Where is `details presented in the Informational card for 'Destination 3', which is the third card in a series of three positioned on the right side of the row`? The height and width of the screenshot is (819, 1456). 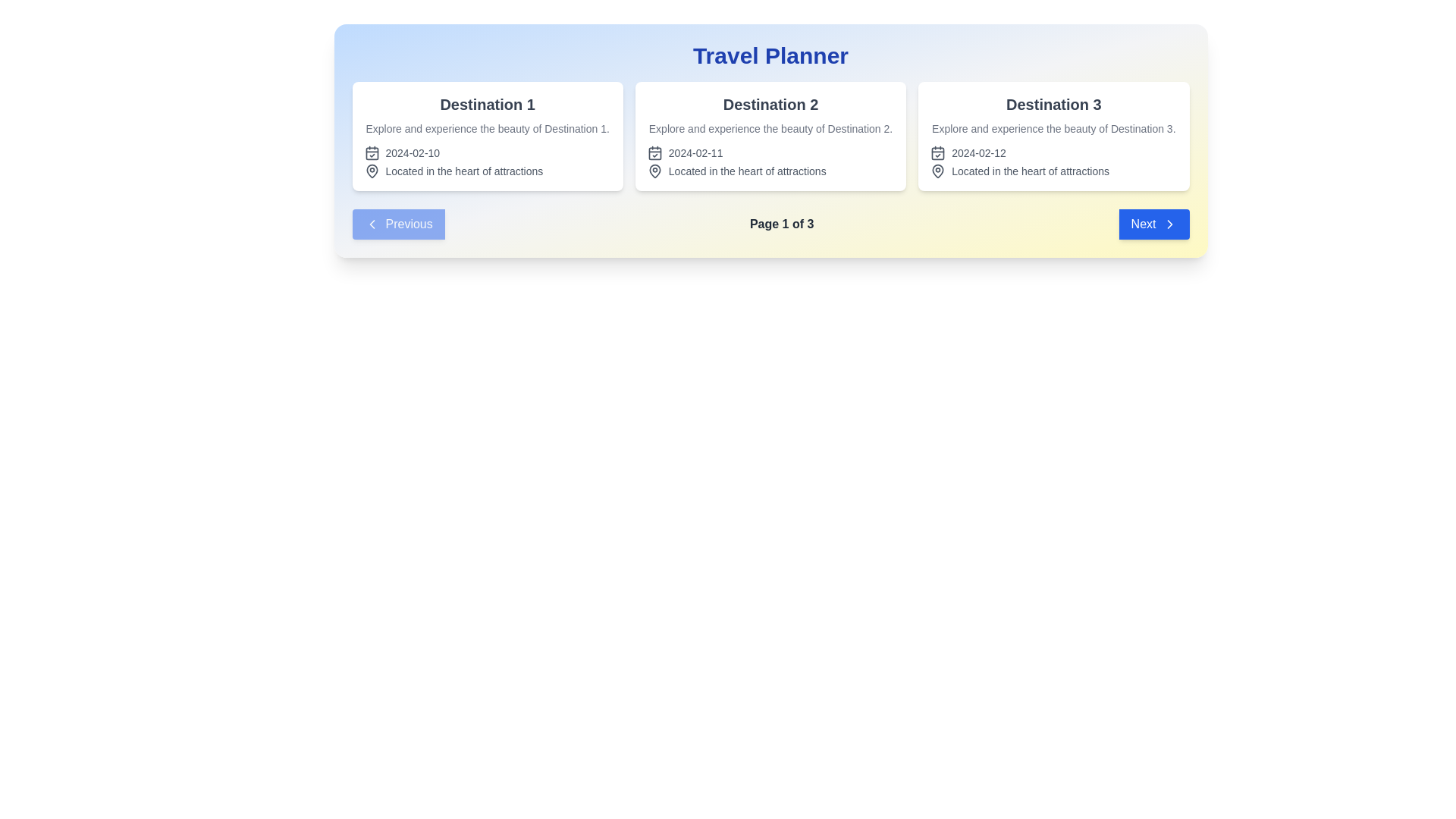
details presented in the Informational card for 'Destination 3', which is the third card in a series of three positioned on the right side of the row is located at coordinates (1053, 136).